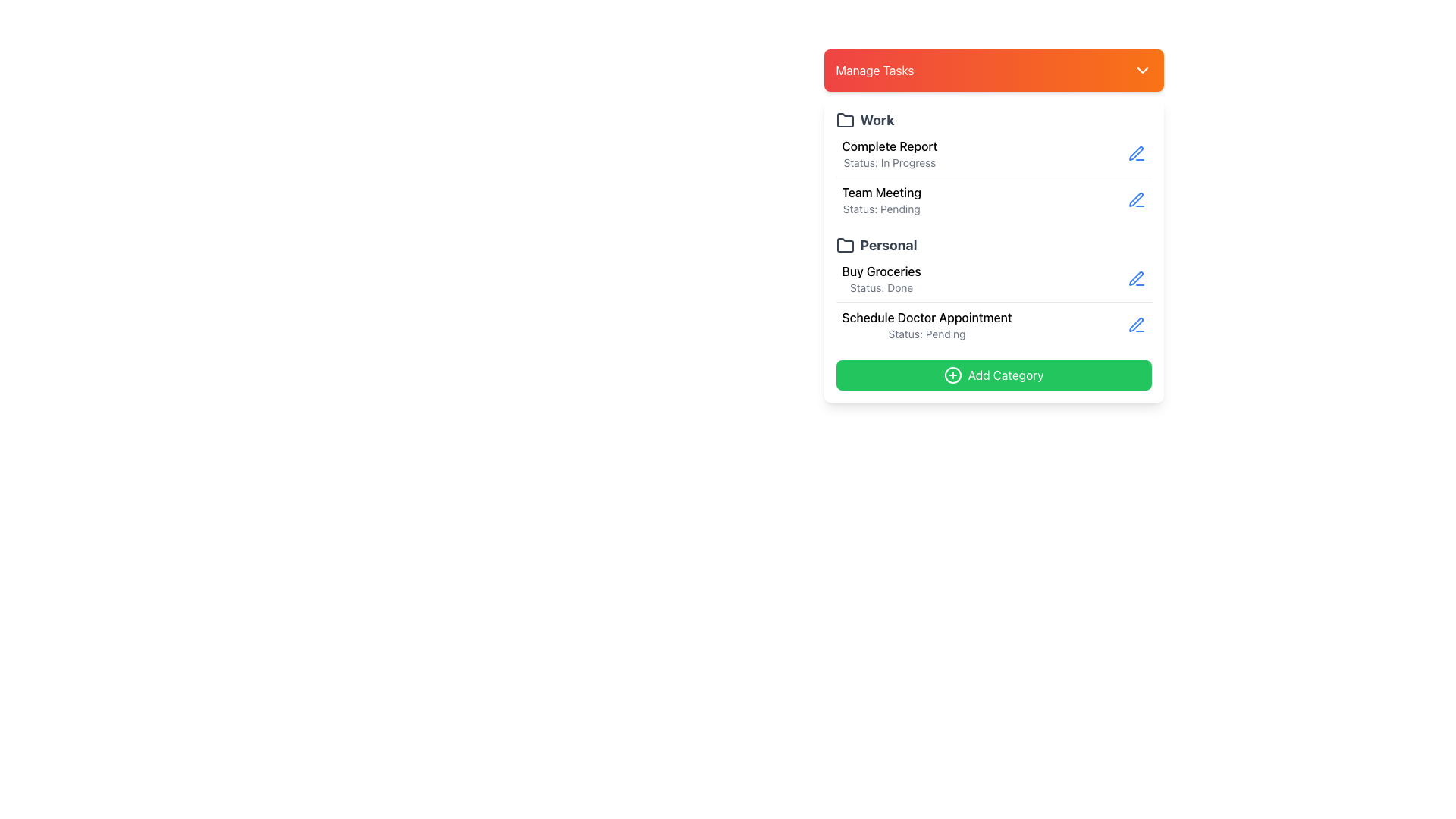 Image resolution: width=1456 pixels, height=819 pixels. I want to click on the Task item displaying 'Schedule Doctor Appointment' with status 'Pending', which is the third item in the Personal category of the task management interface, so click(926, 324).